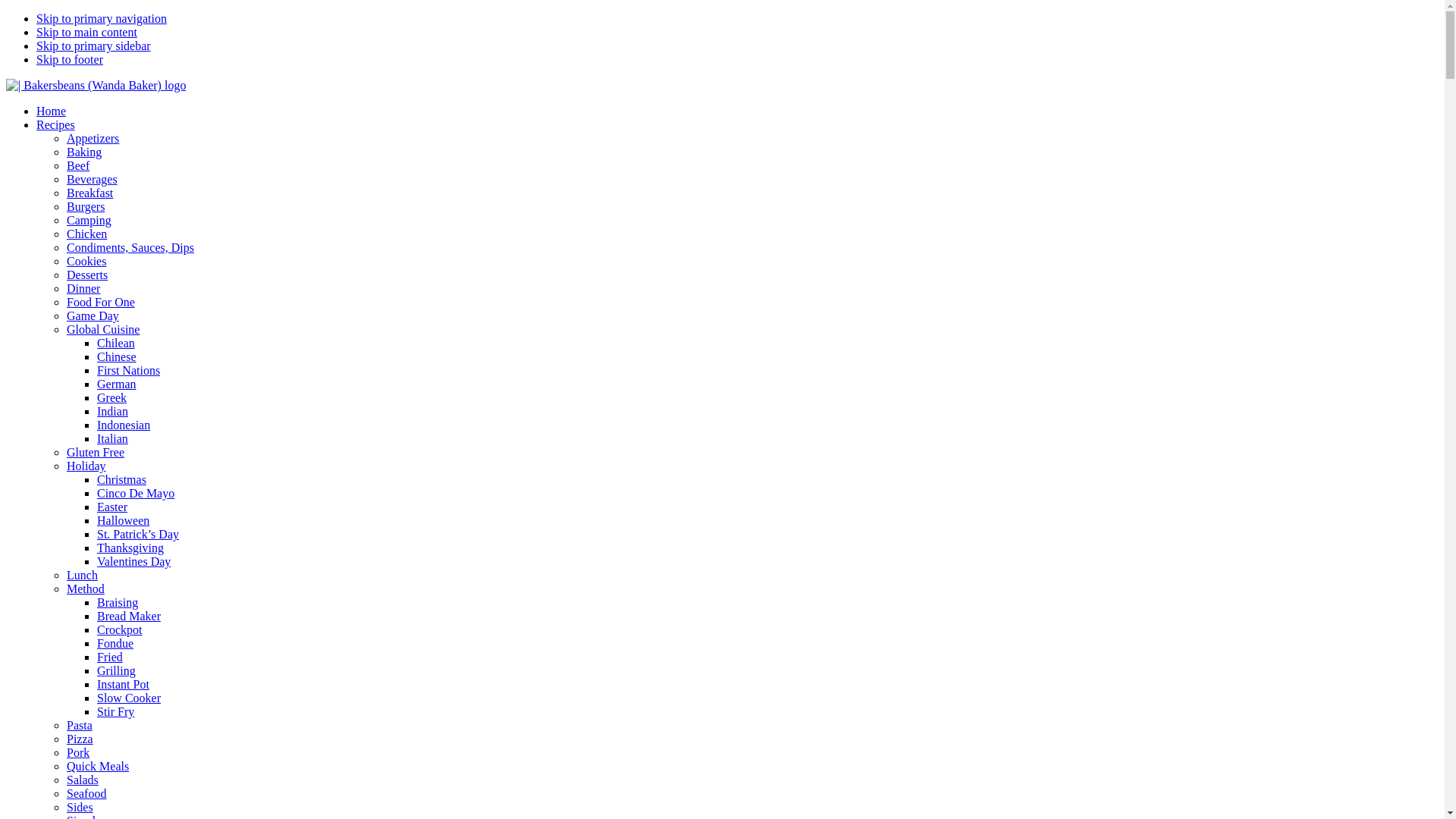  Describe the element at coordinates (85, 588) in the screenshot. I see `'Method'` at that location.